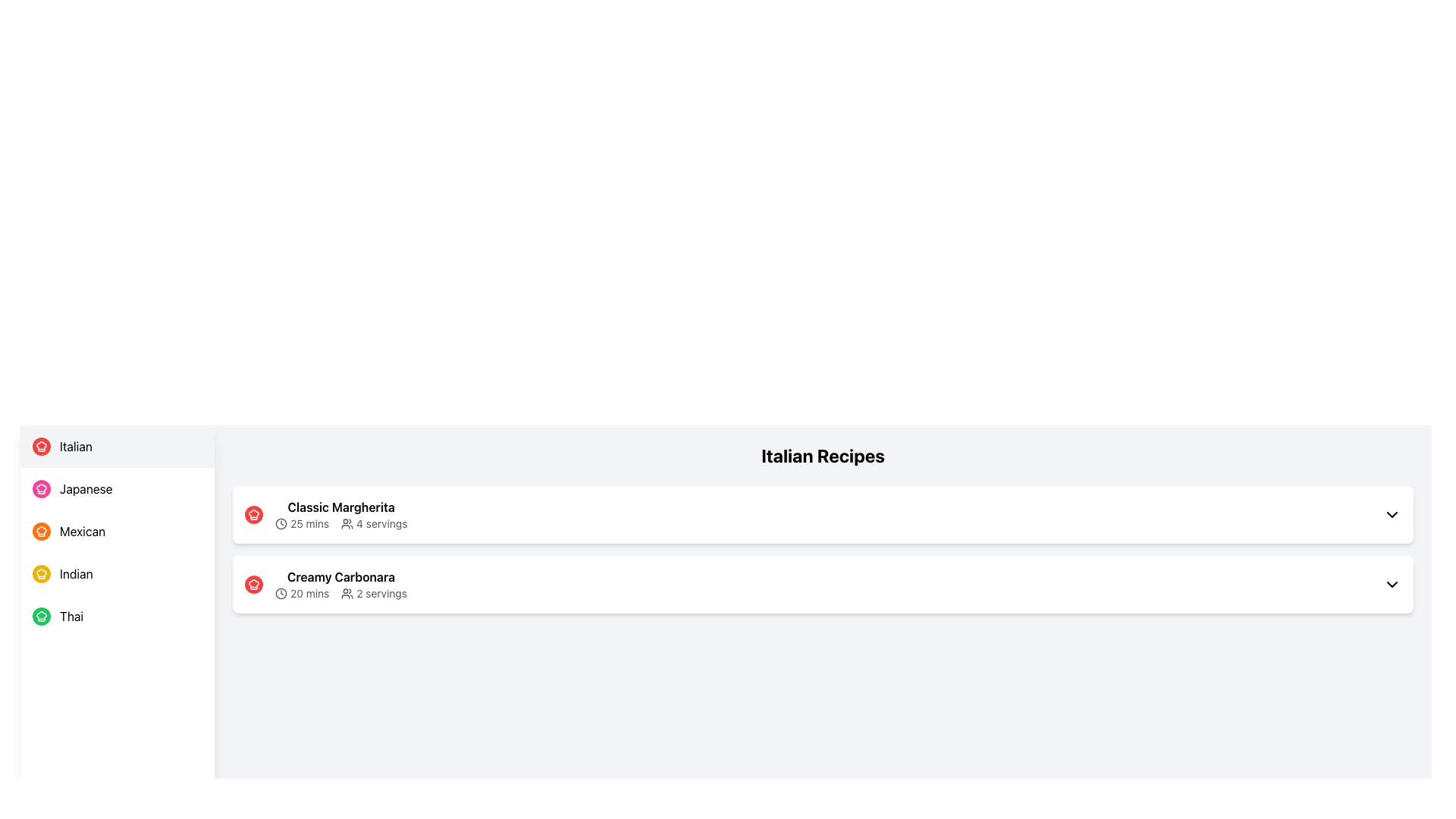  Describe the element at coordinates (1392, 584) in the screenshot. I see `the downward-pointing chevron icon located on the far right of the 'Creamy Carbonara' section` at that location.